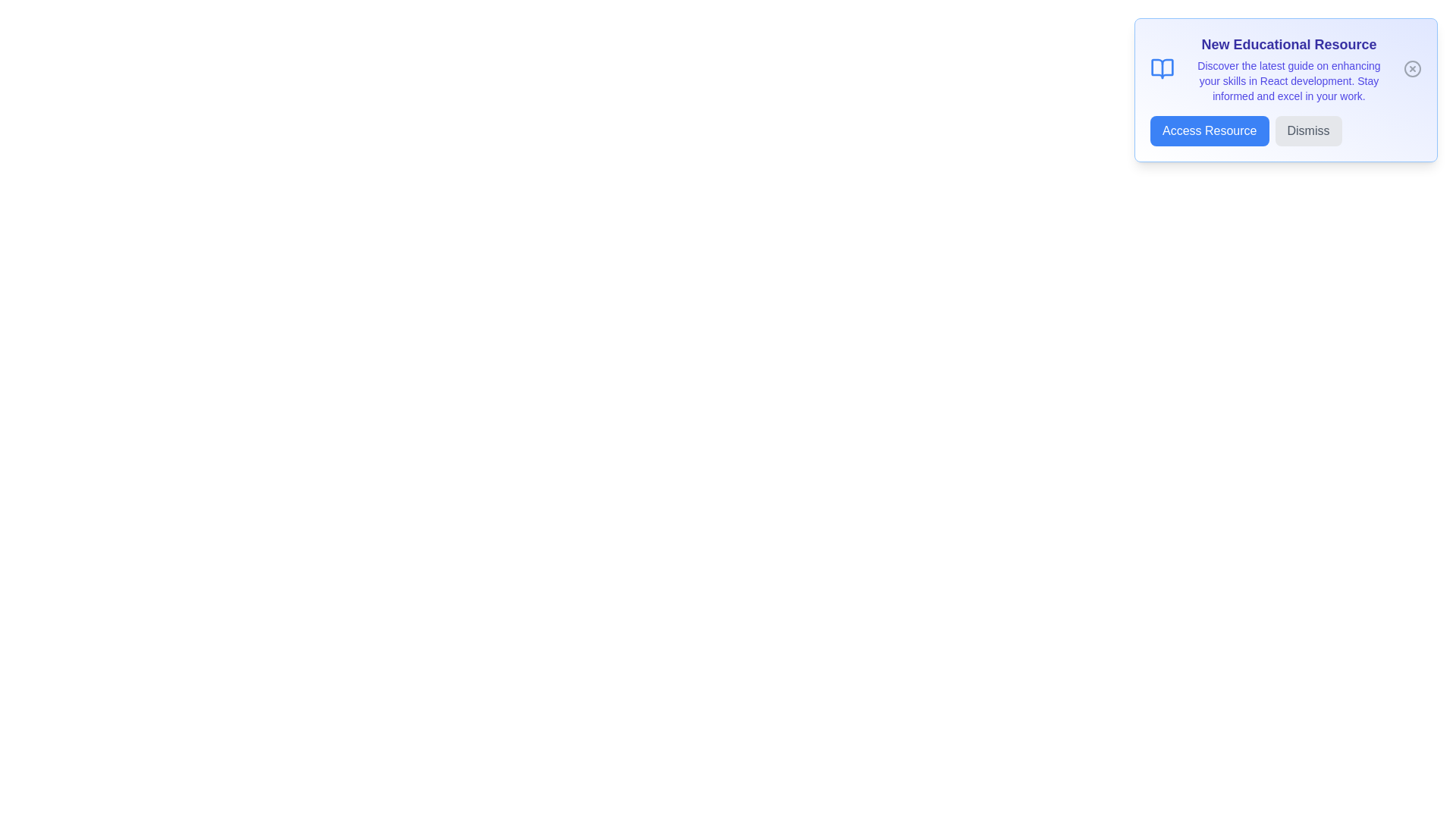  I want to click on the text 'New Educational Resource' to highlight it, so click(1288, 43).